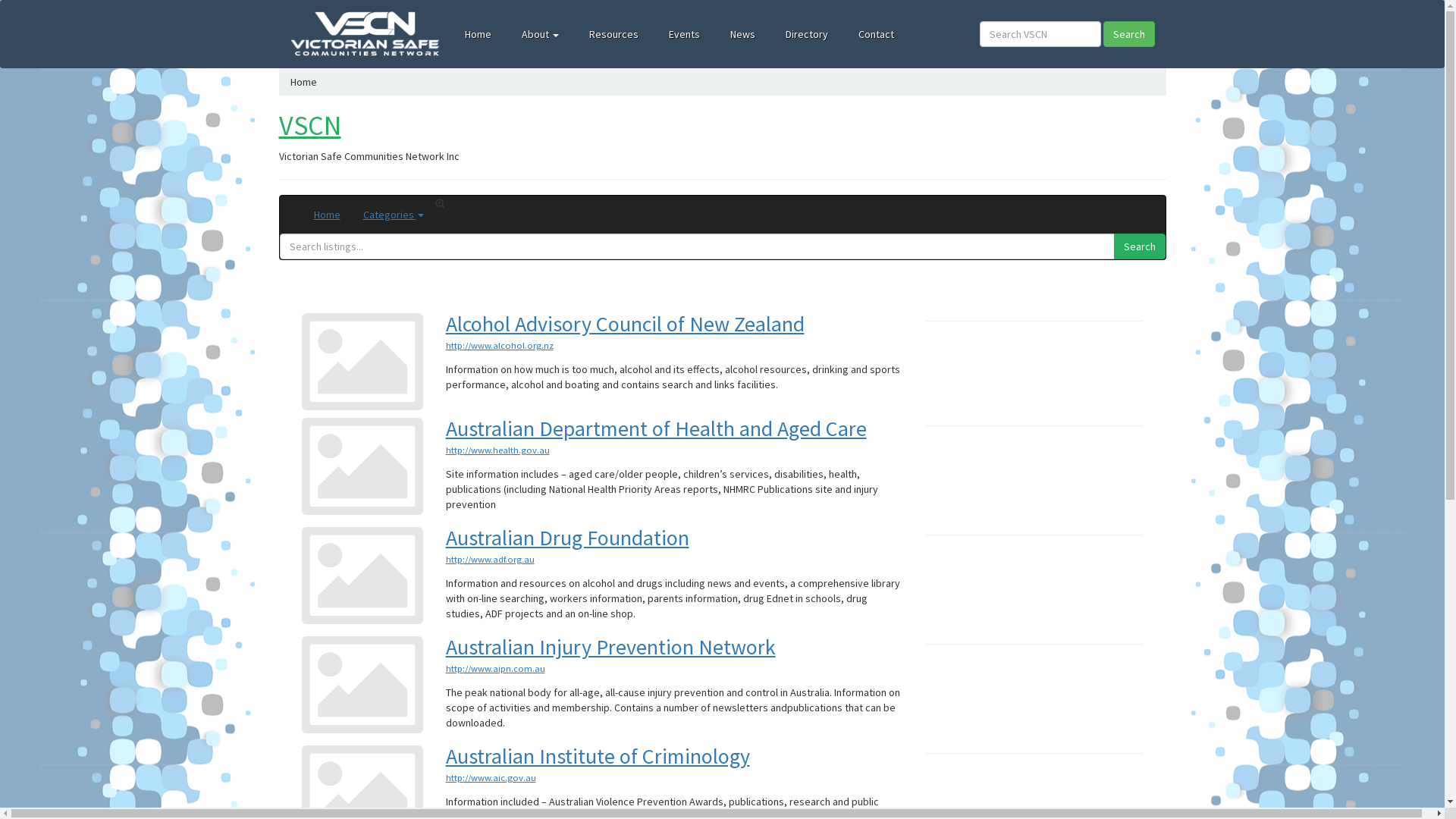  I want to click on 'VSCN', so click(309, 124).